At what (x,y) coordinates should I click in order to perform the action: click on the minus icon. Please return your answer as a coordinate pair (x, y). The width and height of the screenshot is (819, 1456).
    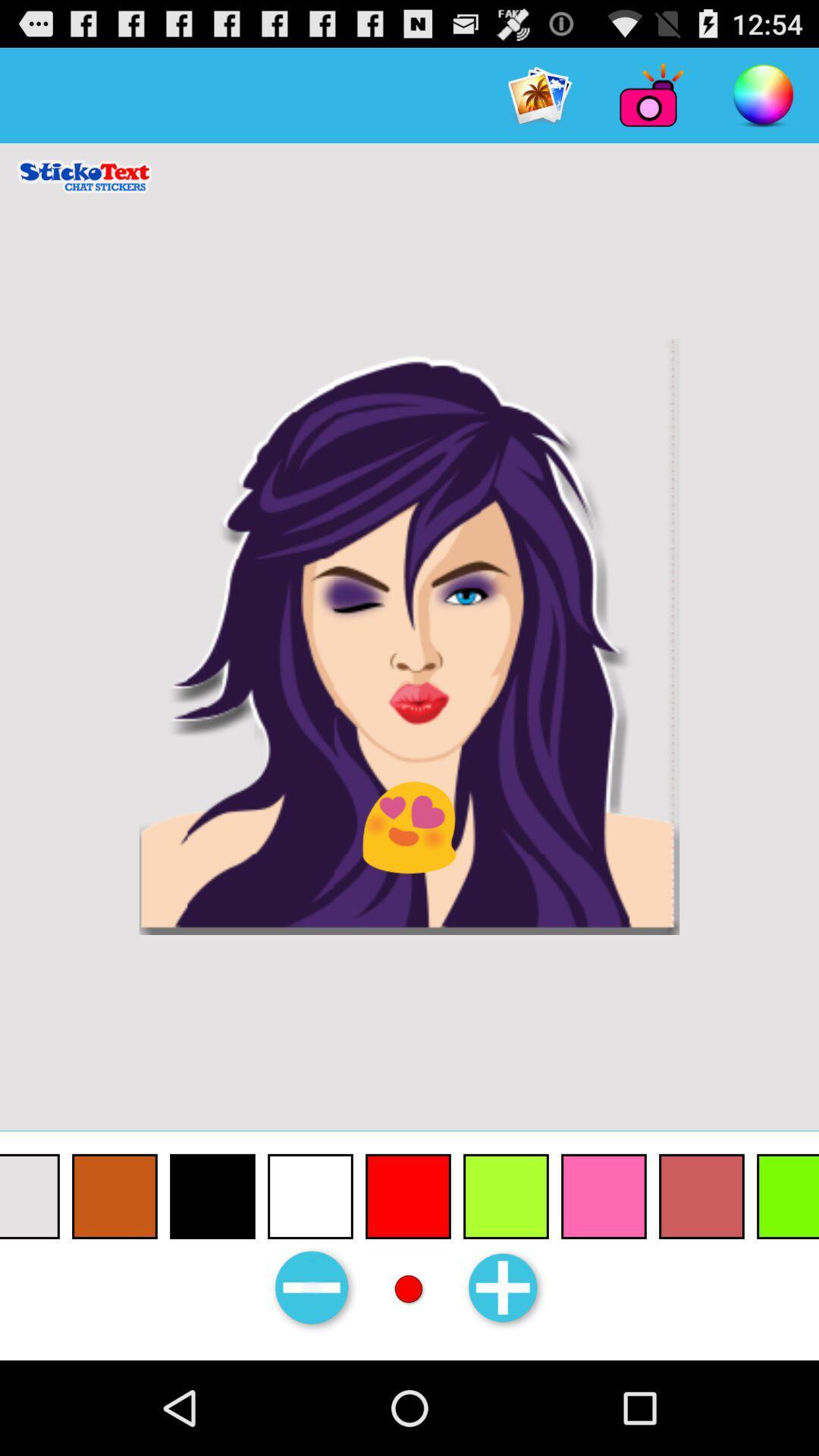
    Looking at the image, I should click on (312, 1380).